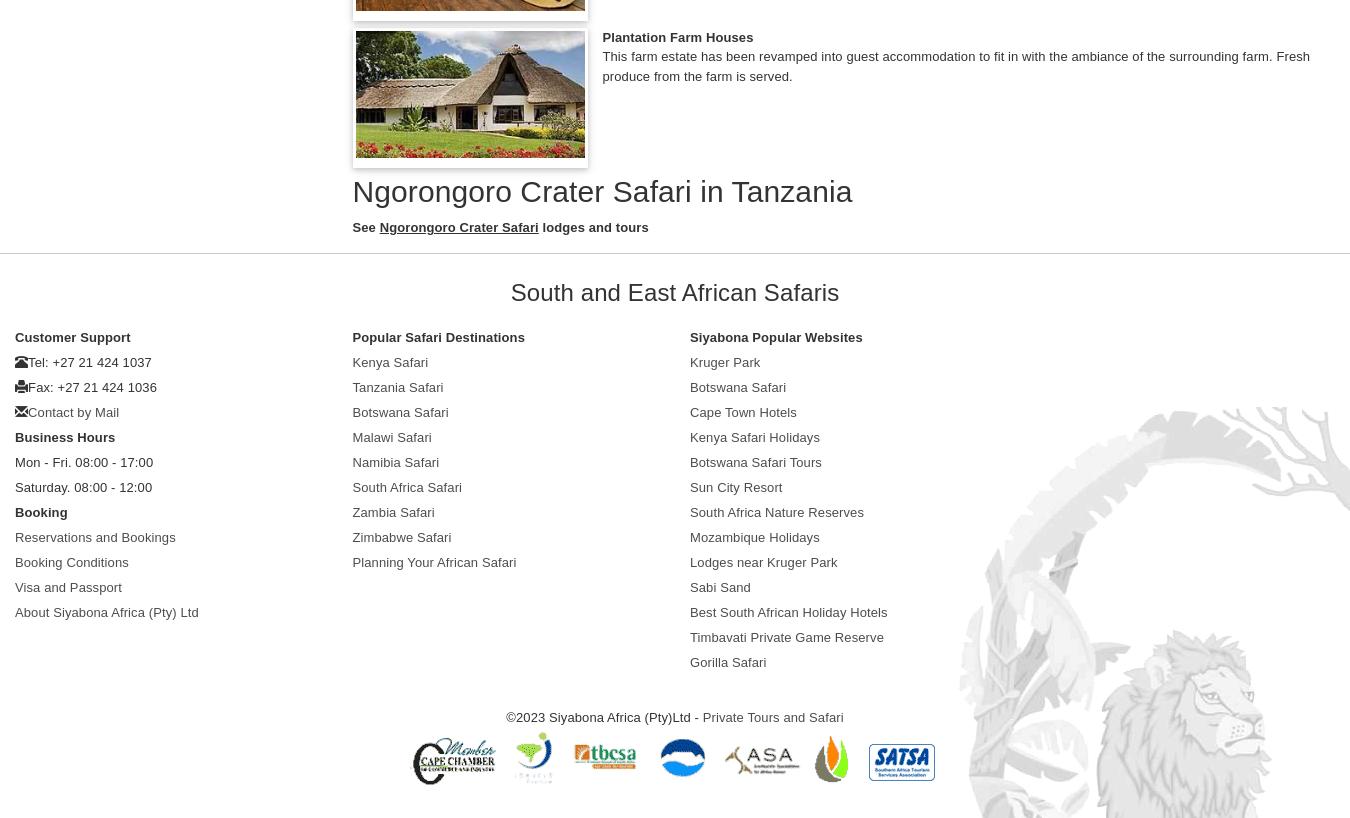  Describe the element at coordinates (735, 487) in the screenshot. I see `'Sun City Resort'` at that location.